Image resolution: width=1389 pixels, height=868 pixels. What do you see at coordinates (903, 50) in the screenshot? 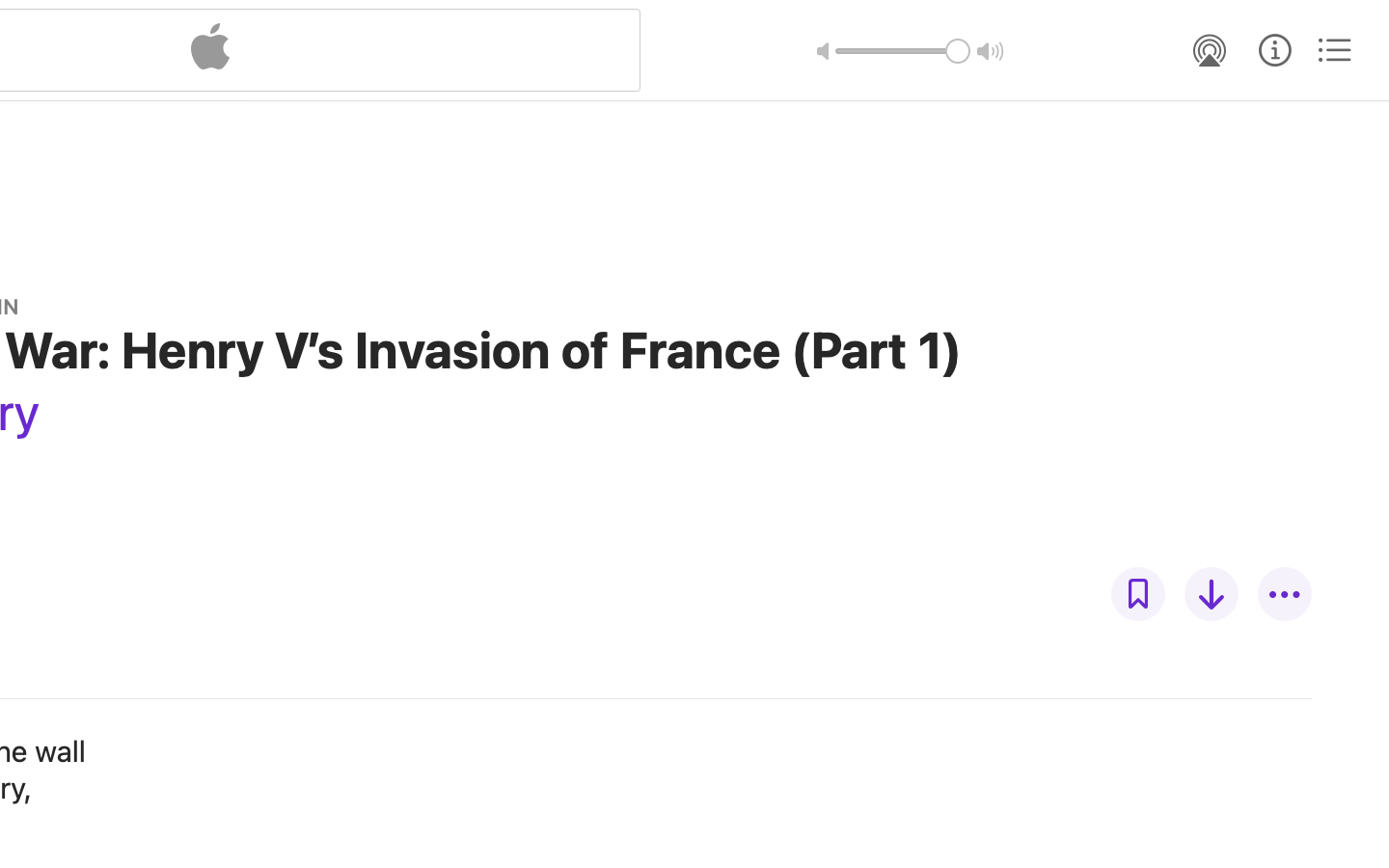
I see `'1.0'` at bounding box center [903, 50].